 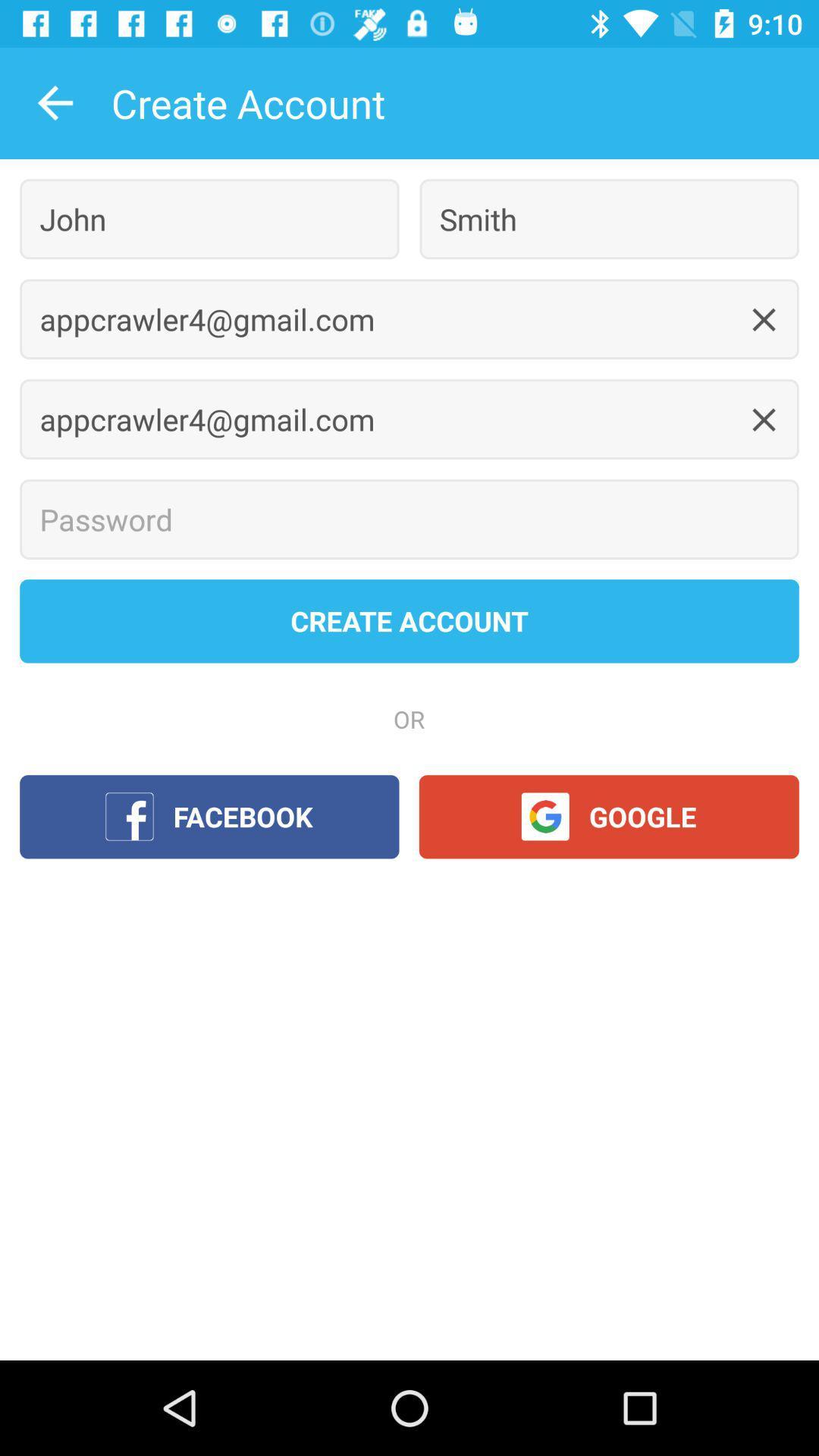 What do you see at coordinates (608, 218) in the screenshot?
I see `the icon next to the john icon` at bounding box center [608, 218].